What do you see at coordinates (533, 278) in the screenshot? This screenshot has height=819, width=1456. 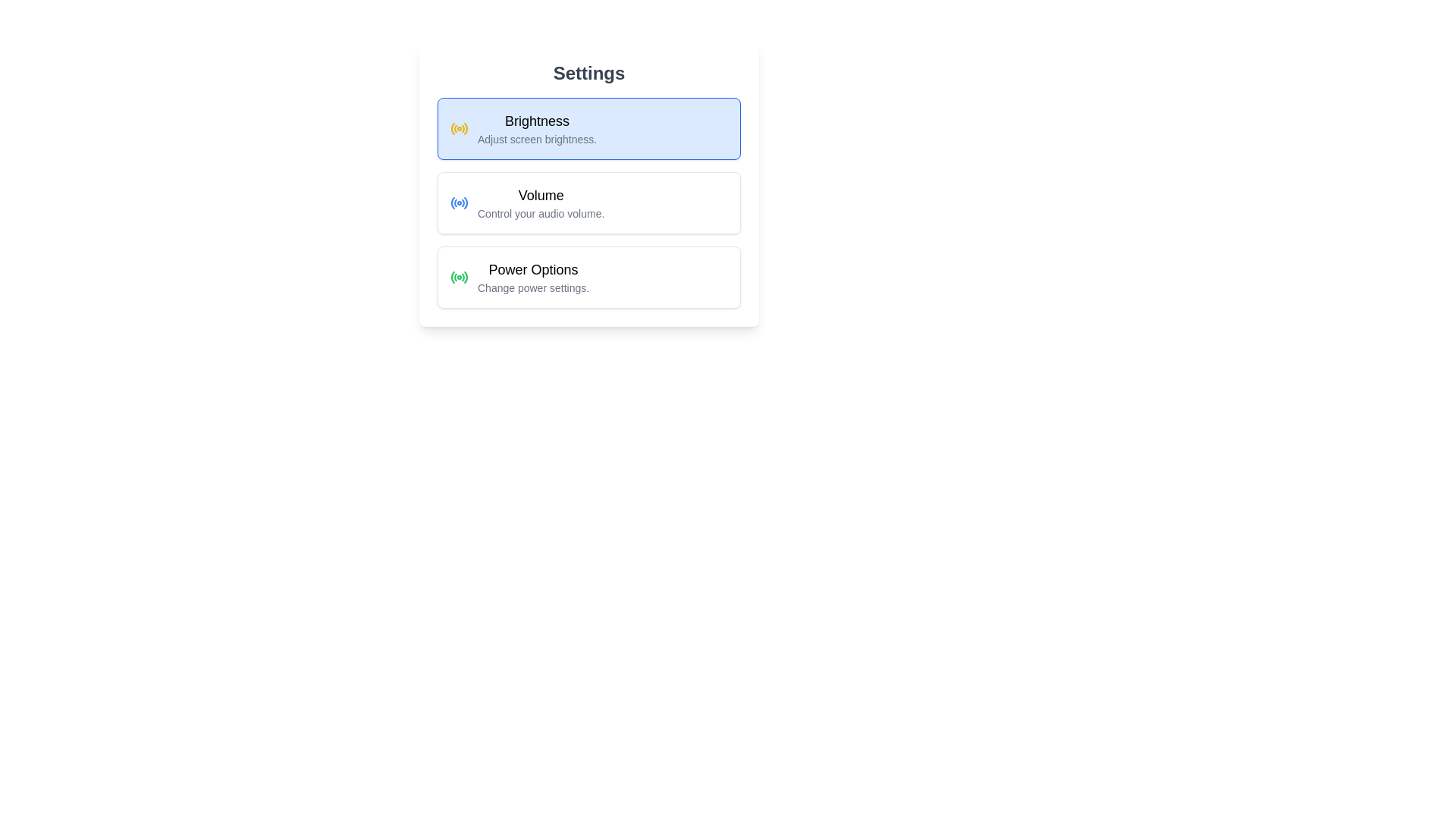 I see `the informational label with dual-line text located below the 'Volume' section in the 'Settings' menu` at bounding box center [533, 278].